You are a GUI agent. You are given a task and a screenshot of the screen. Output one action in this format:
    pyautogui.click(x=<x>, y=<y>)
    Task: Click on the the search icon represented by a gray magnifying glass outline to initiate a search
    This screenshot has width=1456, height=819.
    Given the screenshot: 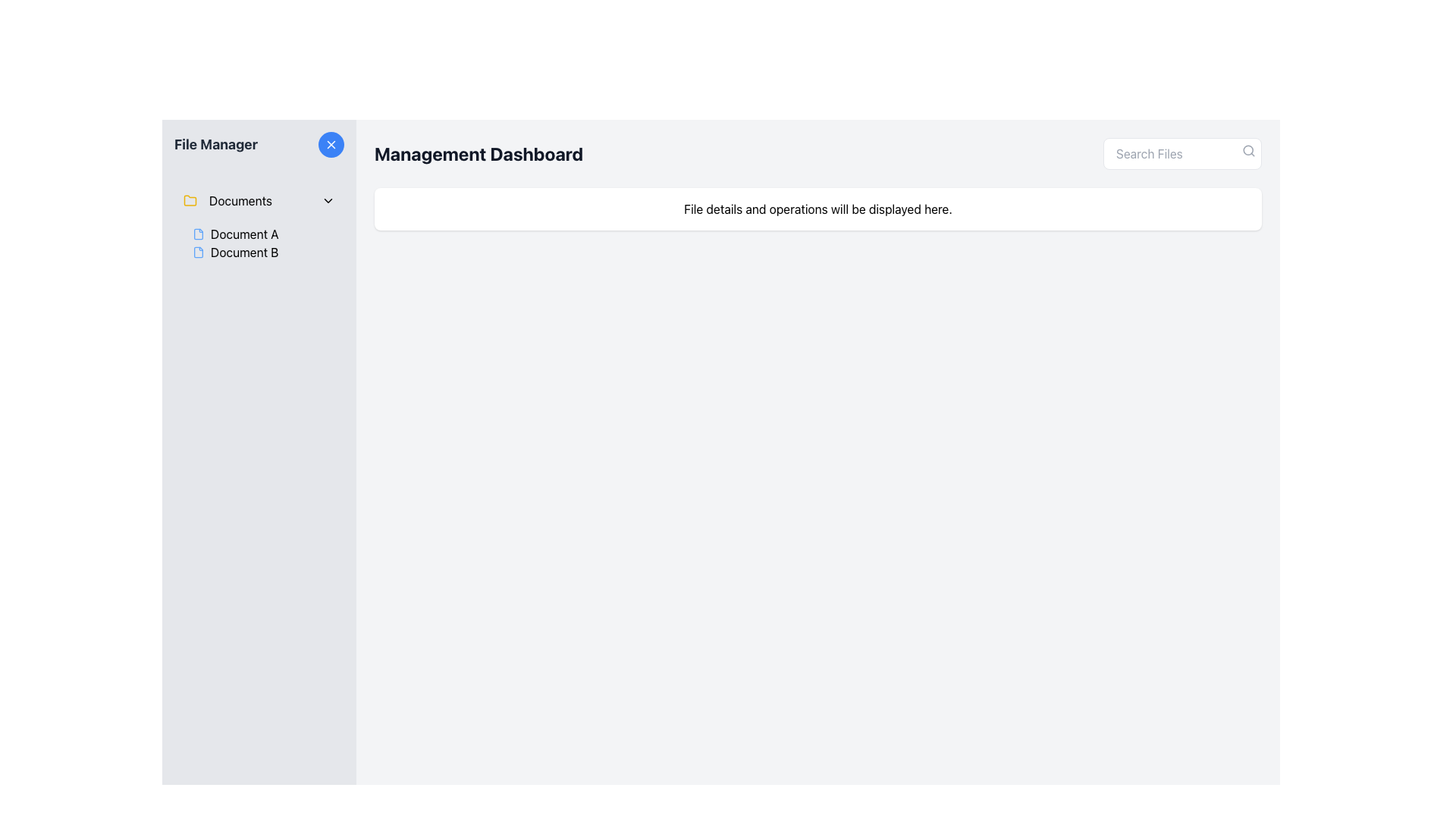 What is the action you would take?
    pyautogui.click(x=1248, y=151)
    